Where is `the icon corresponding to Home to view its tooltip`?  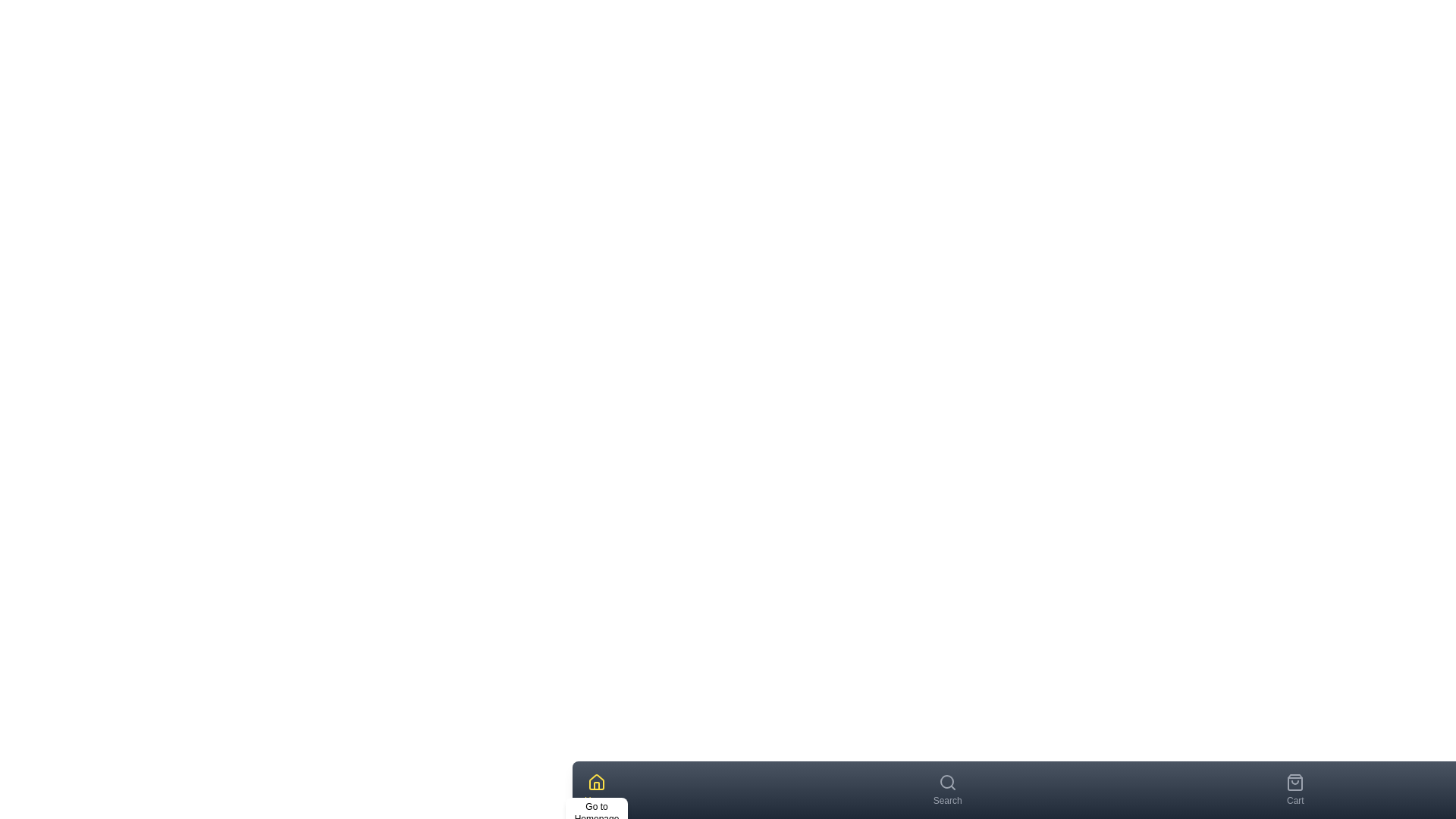
the icon corresponding to Home to view its tooltip is located at coordinates (596, 783).